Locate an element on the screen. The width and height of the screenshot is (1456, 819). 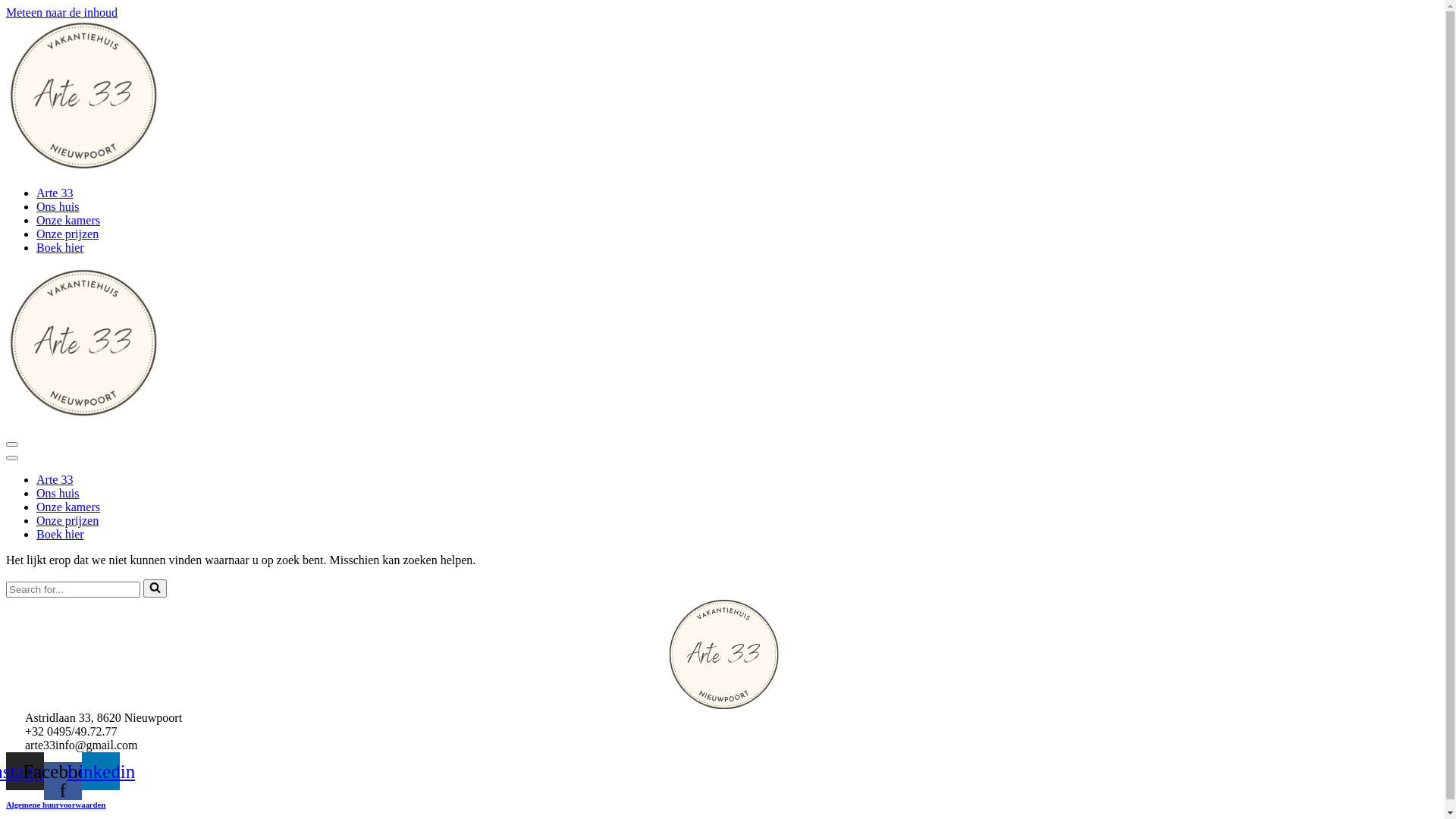
'Instagram' is located at coordinates (6, 771).